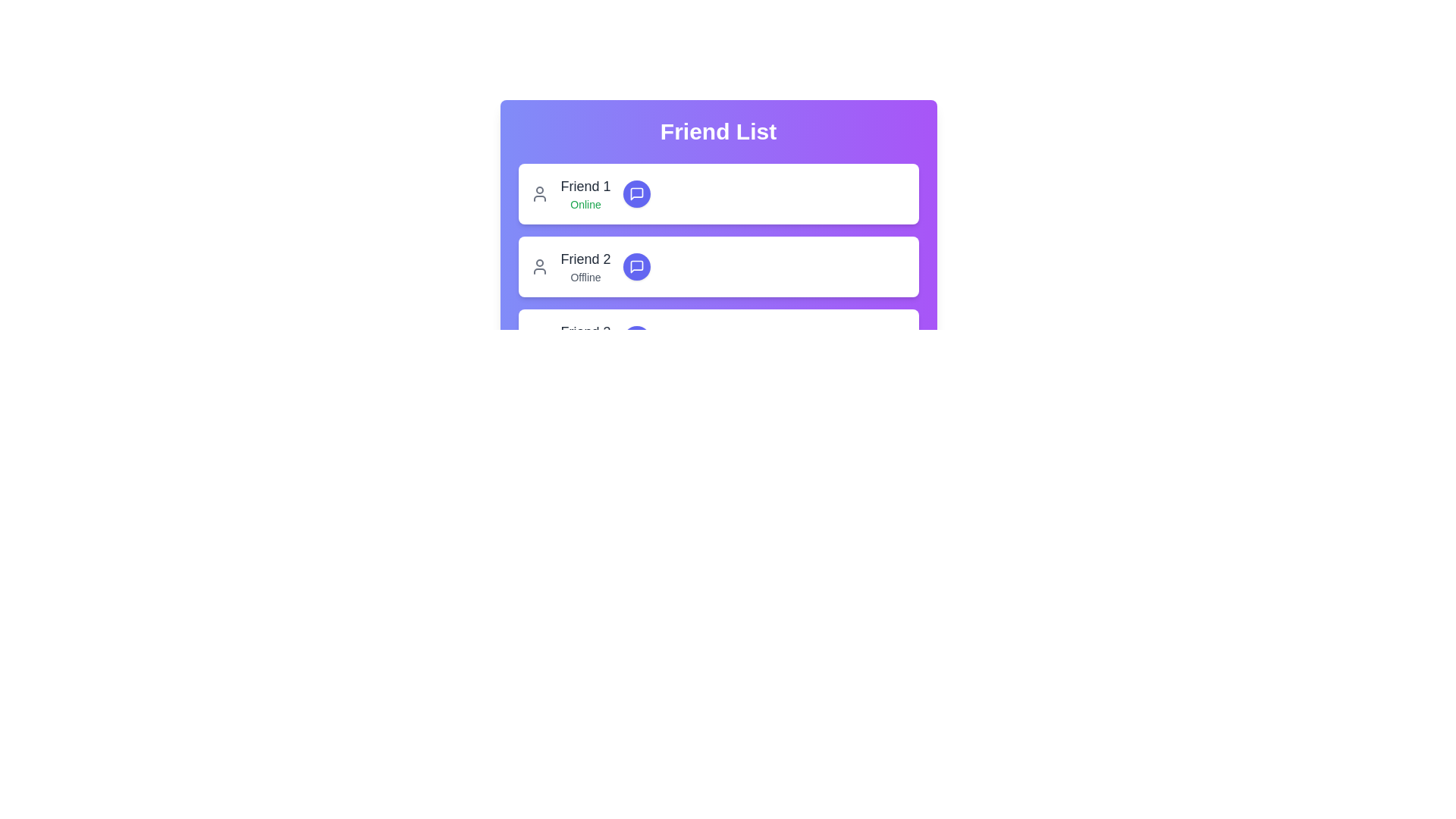 This screenshot has height=819, width=1456. I want to click on the Status label indicating the online status of 'Friend 1', located beneath the text 'Friend 1' in the friend list, so click(585, 205).